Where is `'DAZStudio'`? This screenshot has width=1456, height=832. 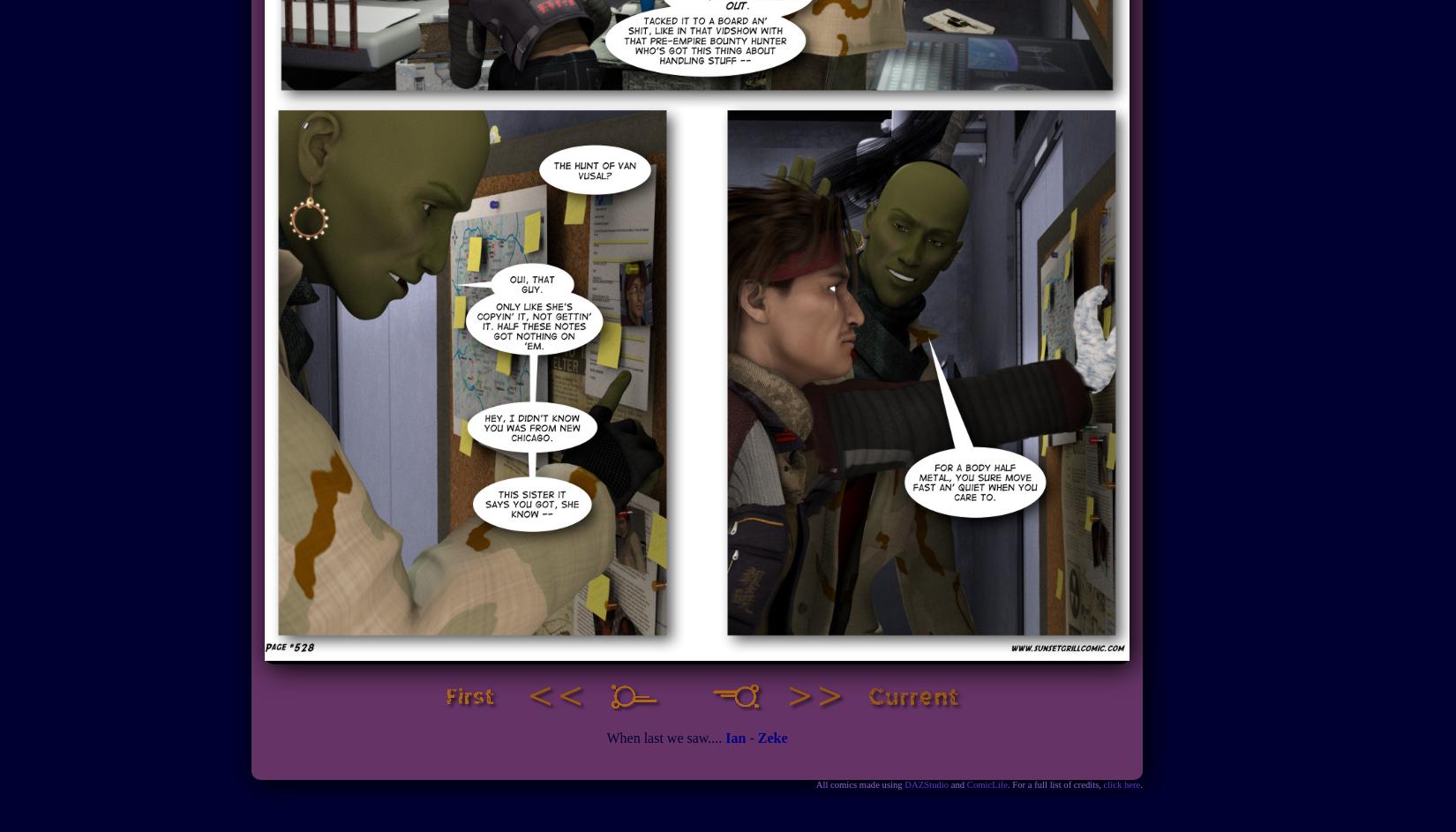 'DAZStudio' is located at coordinates (927, 784).